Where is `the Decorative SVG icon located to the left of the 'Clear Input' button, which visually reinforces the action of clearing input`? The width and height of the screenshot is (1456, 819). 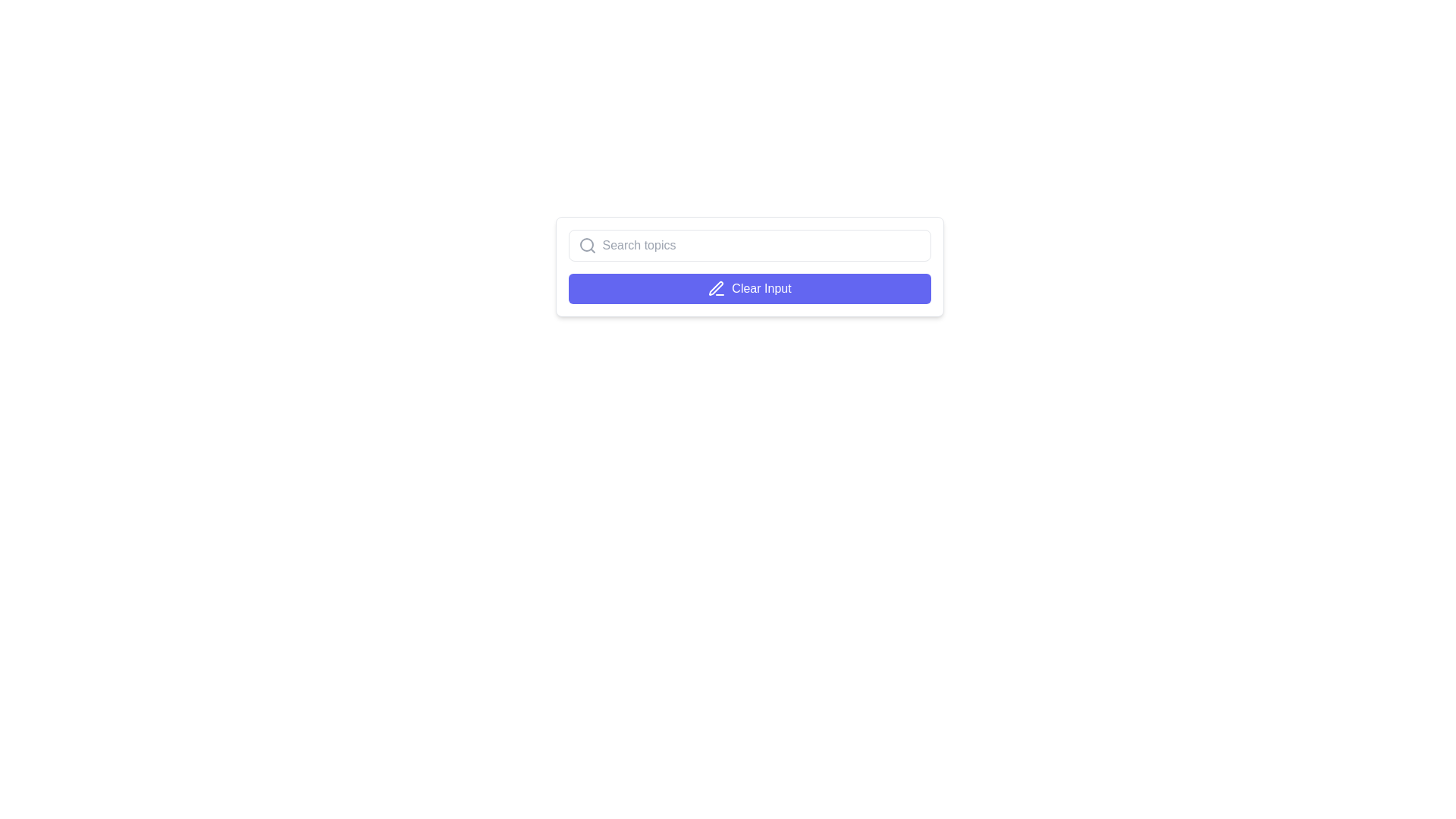
the Decorative SVG icon located to the left of the 'Clear Input' button, which visually reinforces the action of clearing input is located at coordinates (716, 289).